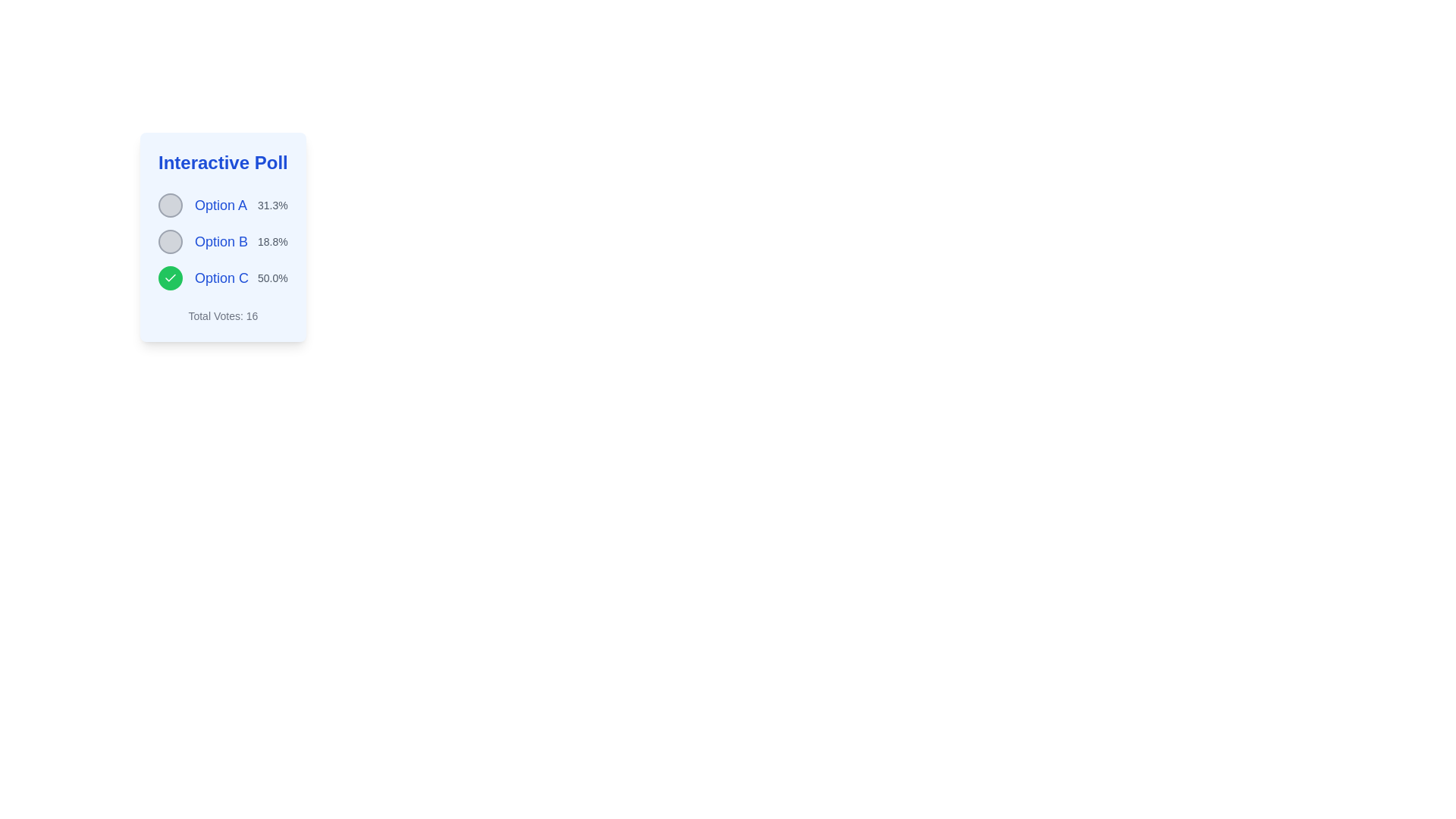  Describe the element at coordinates (222, 241) in the screenshot. I see `information displayed in the second Poll Option Display, which shows the option label and percentage of votes` at that location.